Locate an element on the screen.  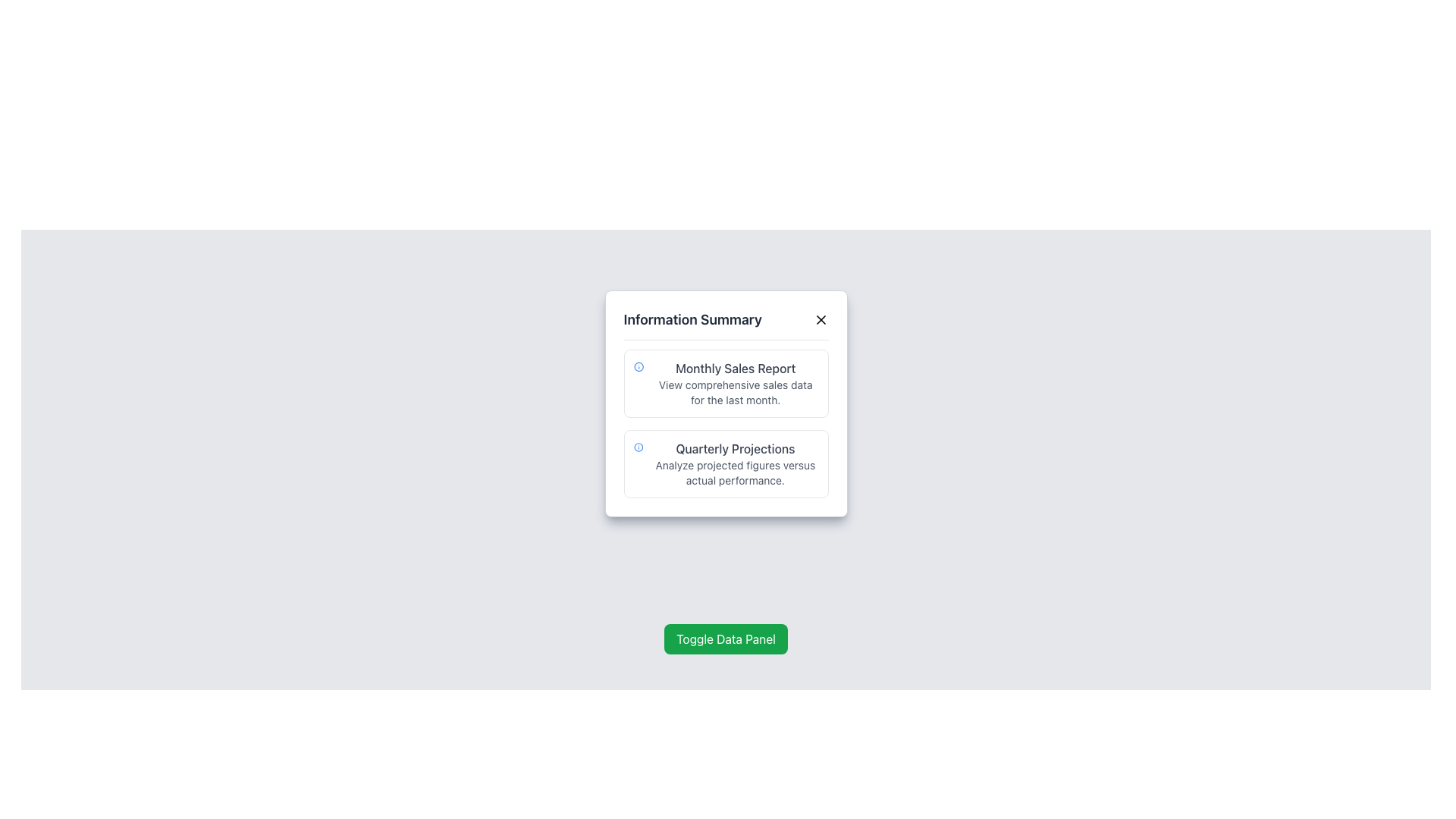
the circular informational icon ('i') styled in blue, located to the left of 'Monthly Sales Report' is located at coordinates (639, 366).